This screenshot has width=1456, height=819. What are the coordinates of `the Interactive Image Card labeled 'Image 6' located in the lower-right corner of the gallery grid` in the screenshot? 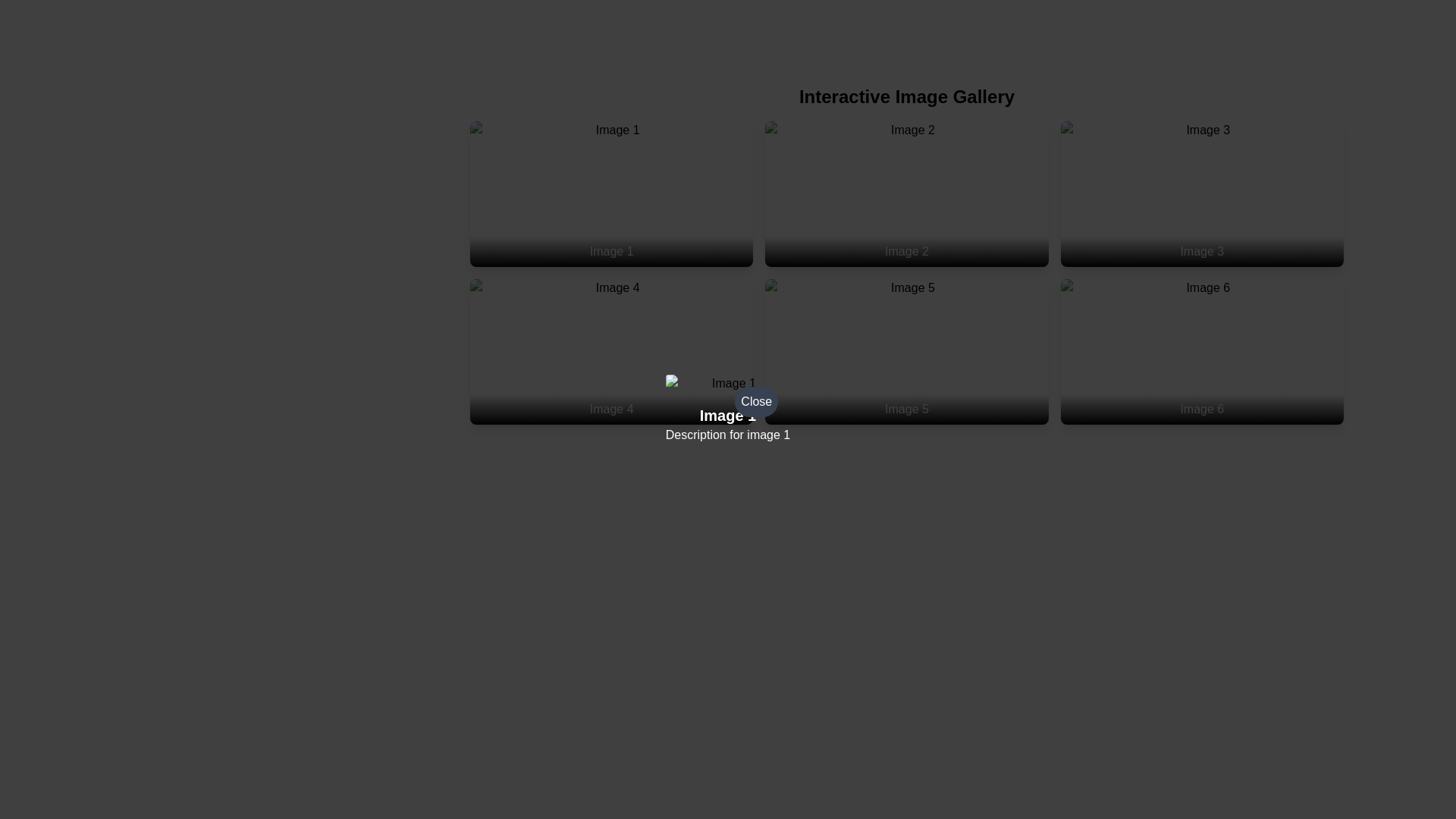 It's located at (1201, 351).